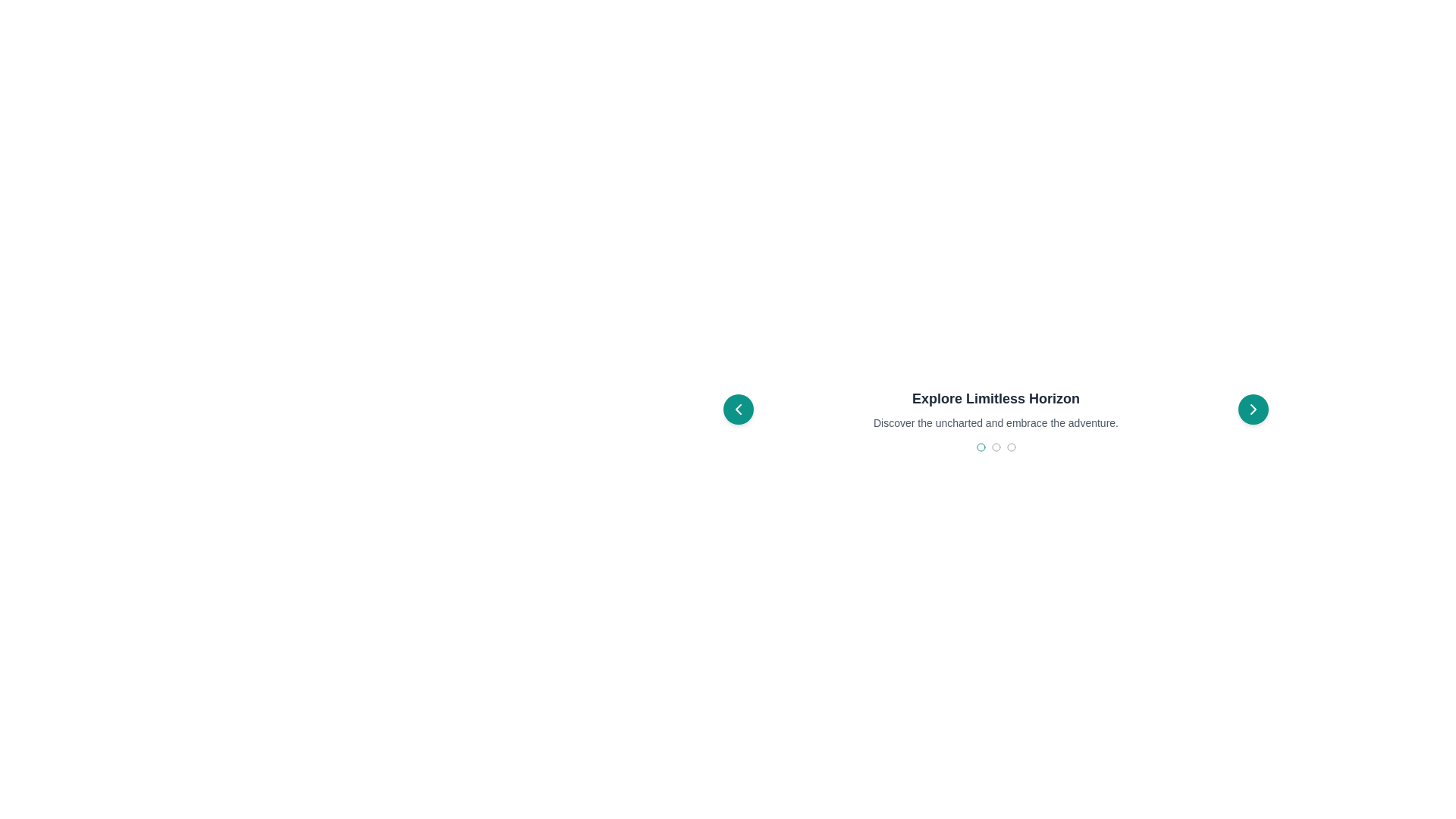 The width and height of the screenshot is (1456, 819). Describe the element at coordinates (996, 447) in the screenshot. I see `the second gray circular icon in the sequence of three interactive indicators located below the text 'Explore Limitless Horizon' and 'Discover the uncharted and embrace the adventure.'` at that location.